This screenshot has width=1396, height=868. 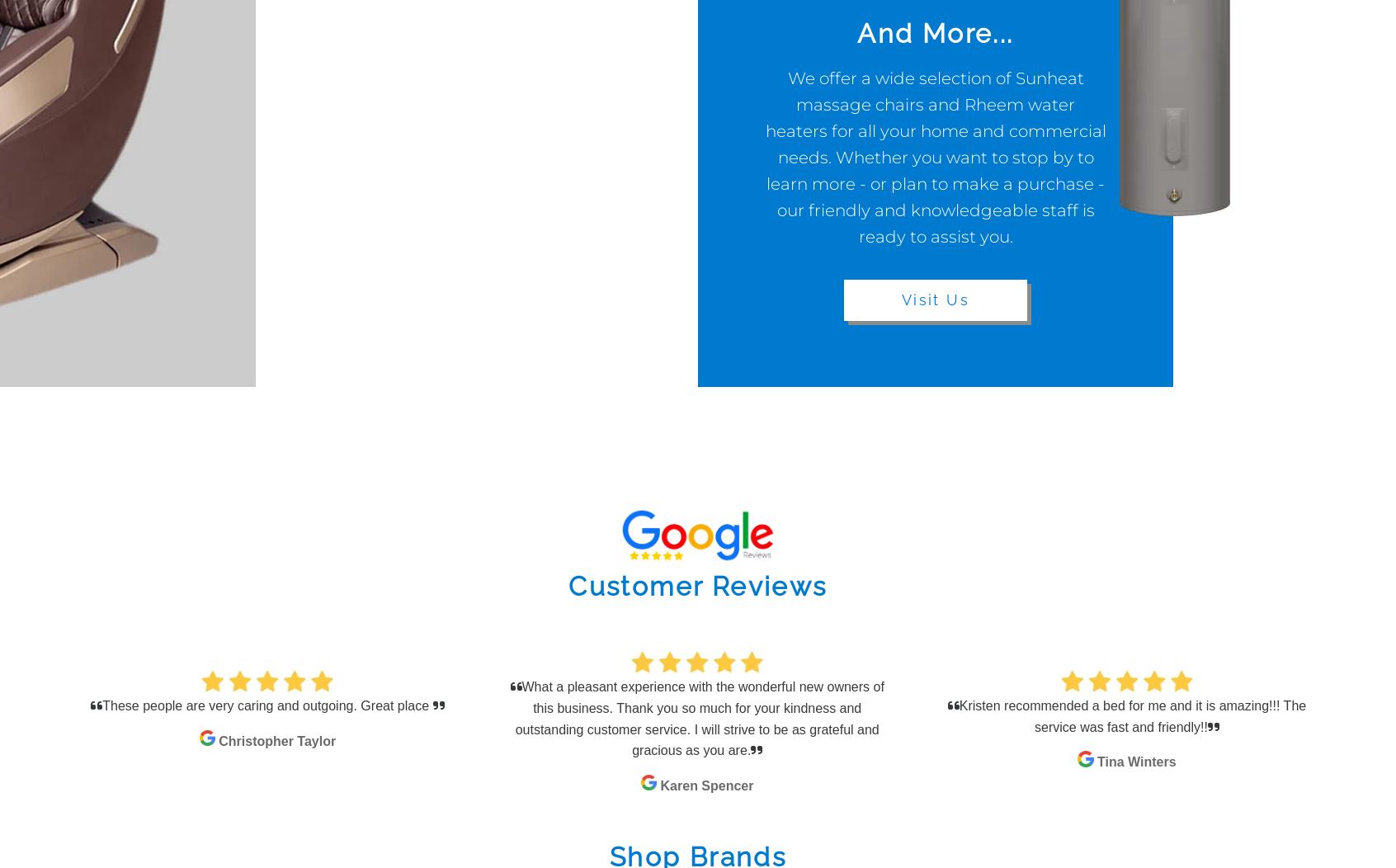 I want to click on 'We offer a wide selection of Sunheat massage chairs and Rheem water heaters for all your home and commercial needs. Whether you want to stop by to learn more - or plan to make a purchase - our friendly and knowledgeable staff is ready to assist you.', so click(x=934, y=156).